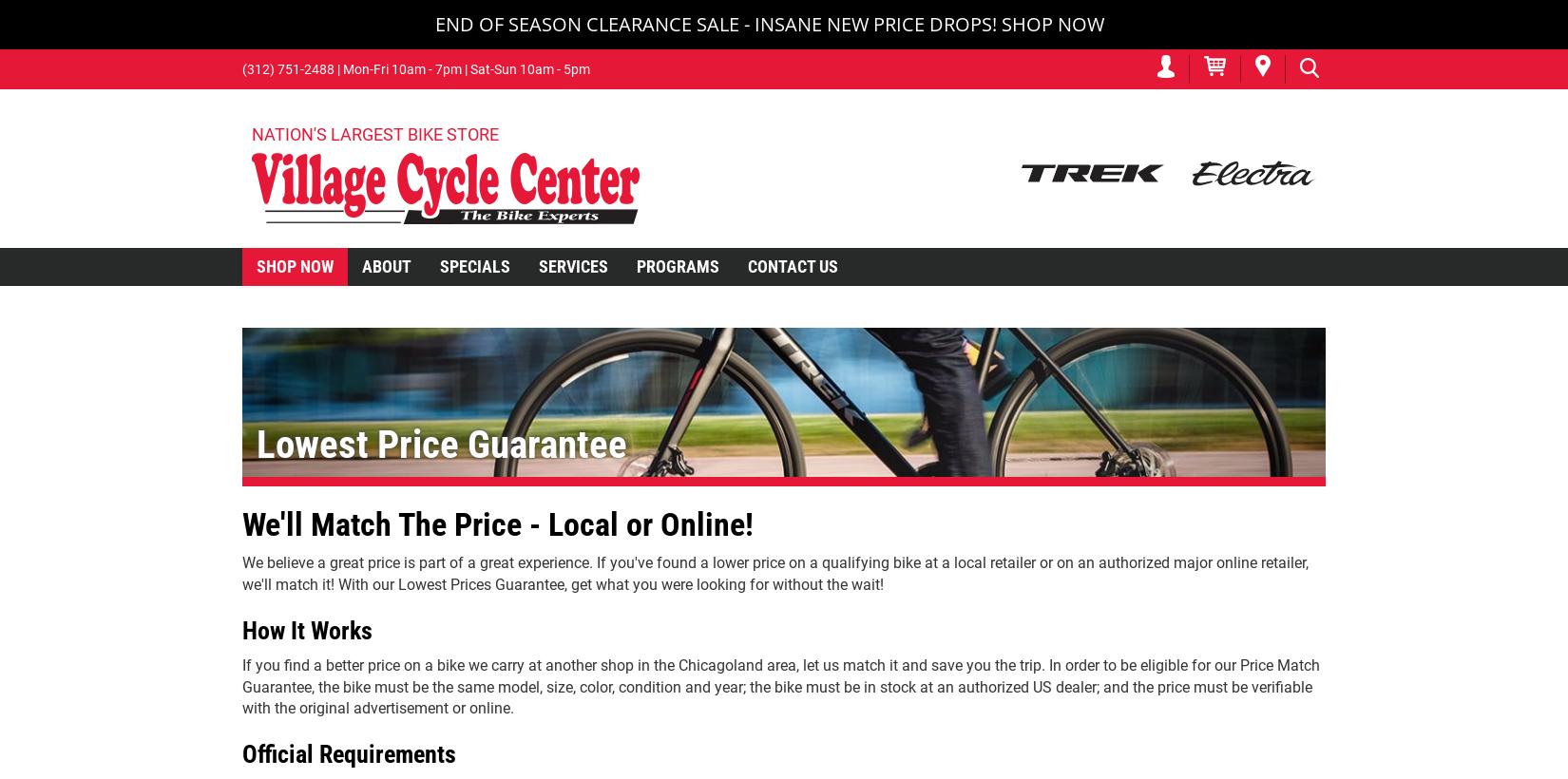 Image resolution: width=1568 pixels, height=779 pixels. Describe the element at coordinates (283, 598) in the screenshot. I see `'Kids' Bikes'` at that location.